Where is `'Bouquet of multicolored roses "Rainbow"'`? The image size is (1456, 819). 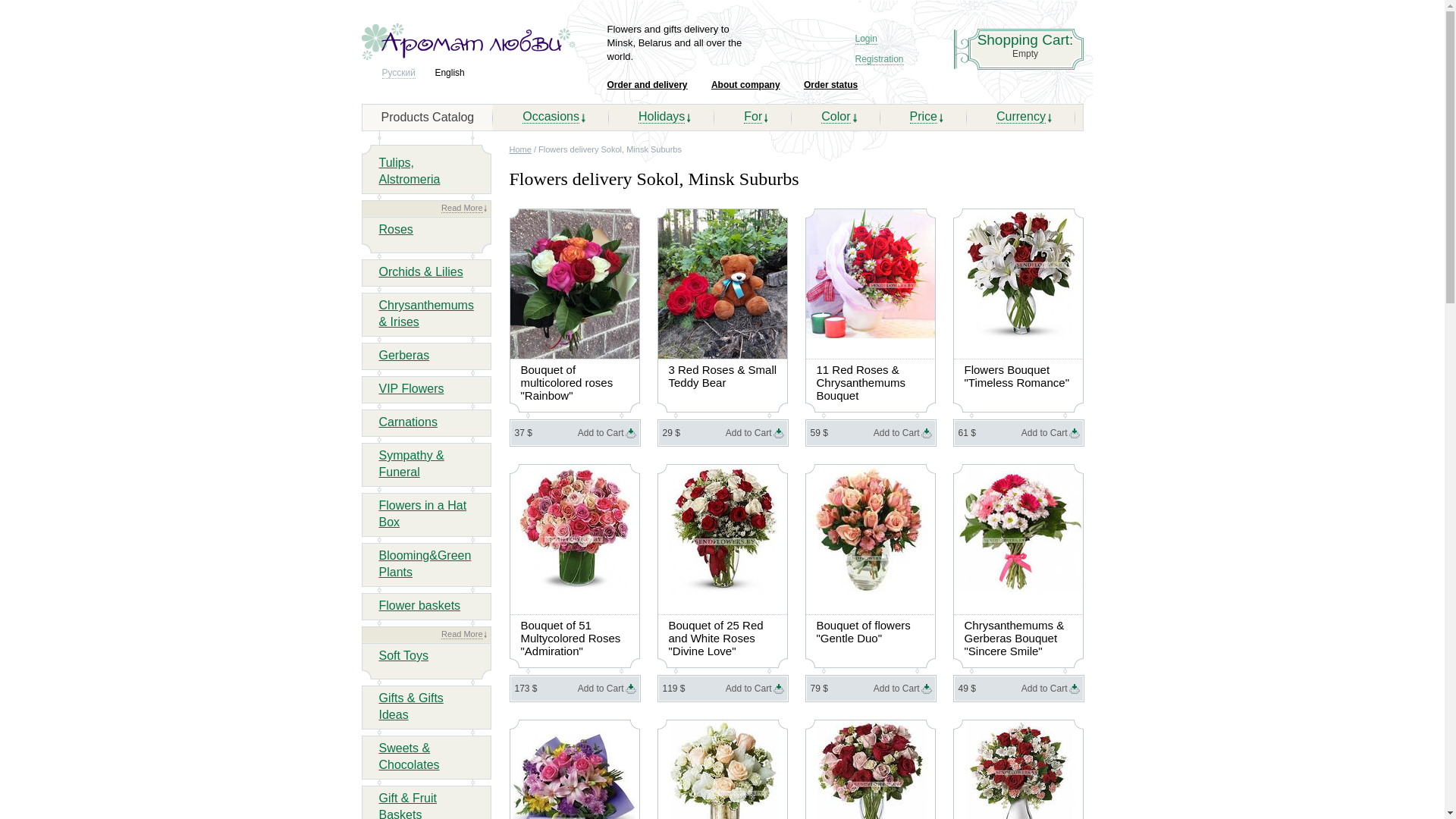 'Bouquet of multicolored roses "Rainbow"' is located at coordinates (574, 379).